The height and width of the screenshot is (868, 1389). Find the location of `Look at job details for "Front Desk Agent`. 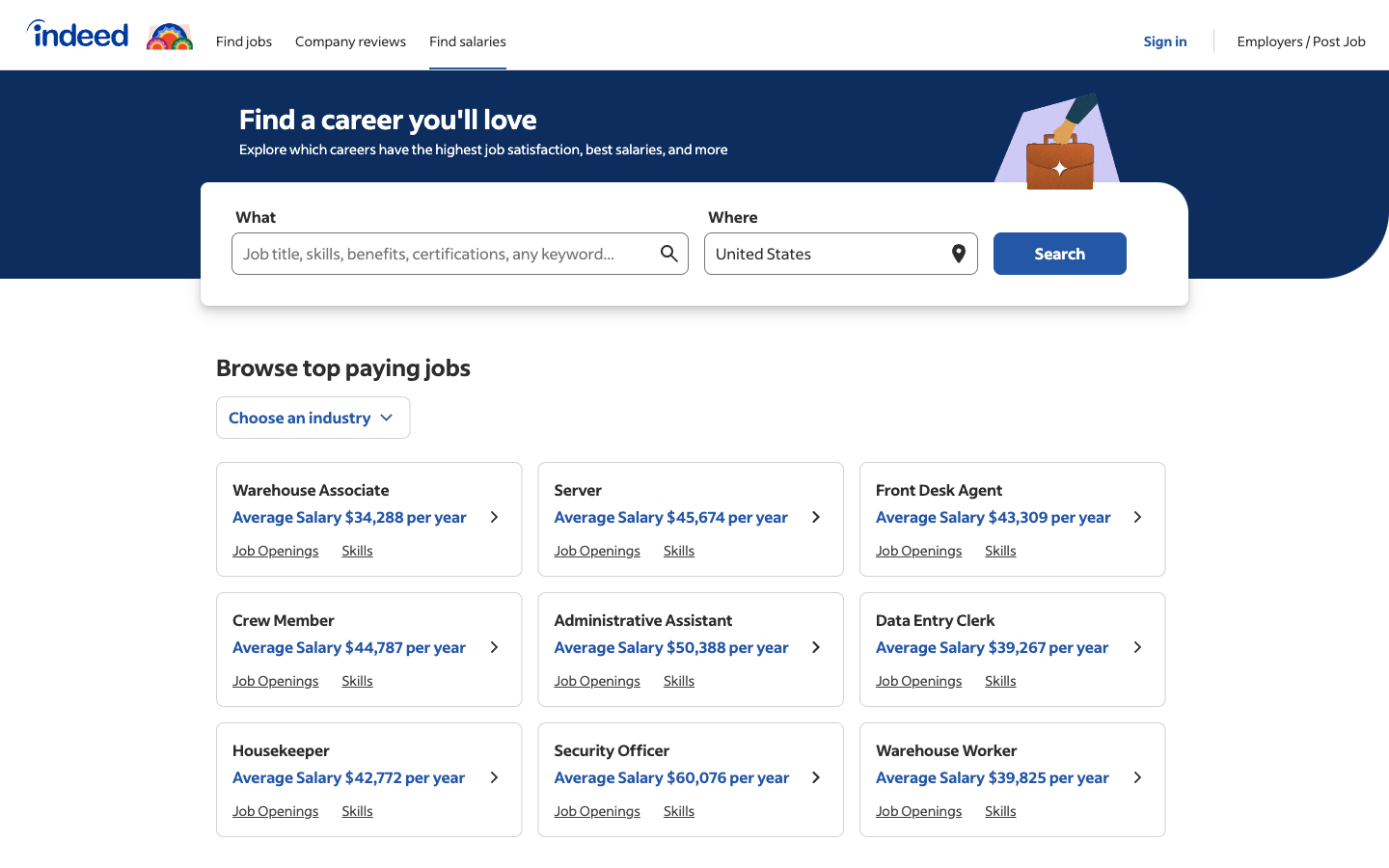

Look at job details for "Front Desk Agent is located at coordinates (1136, 518).